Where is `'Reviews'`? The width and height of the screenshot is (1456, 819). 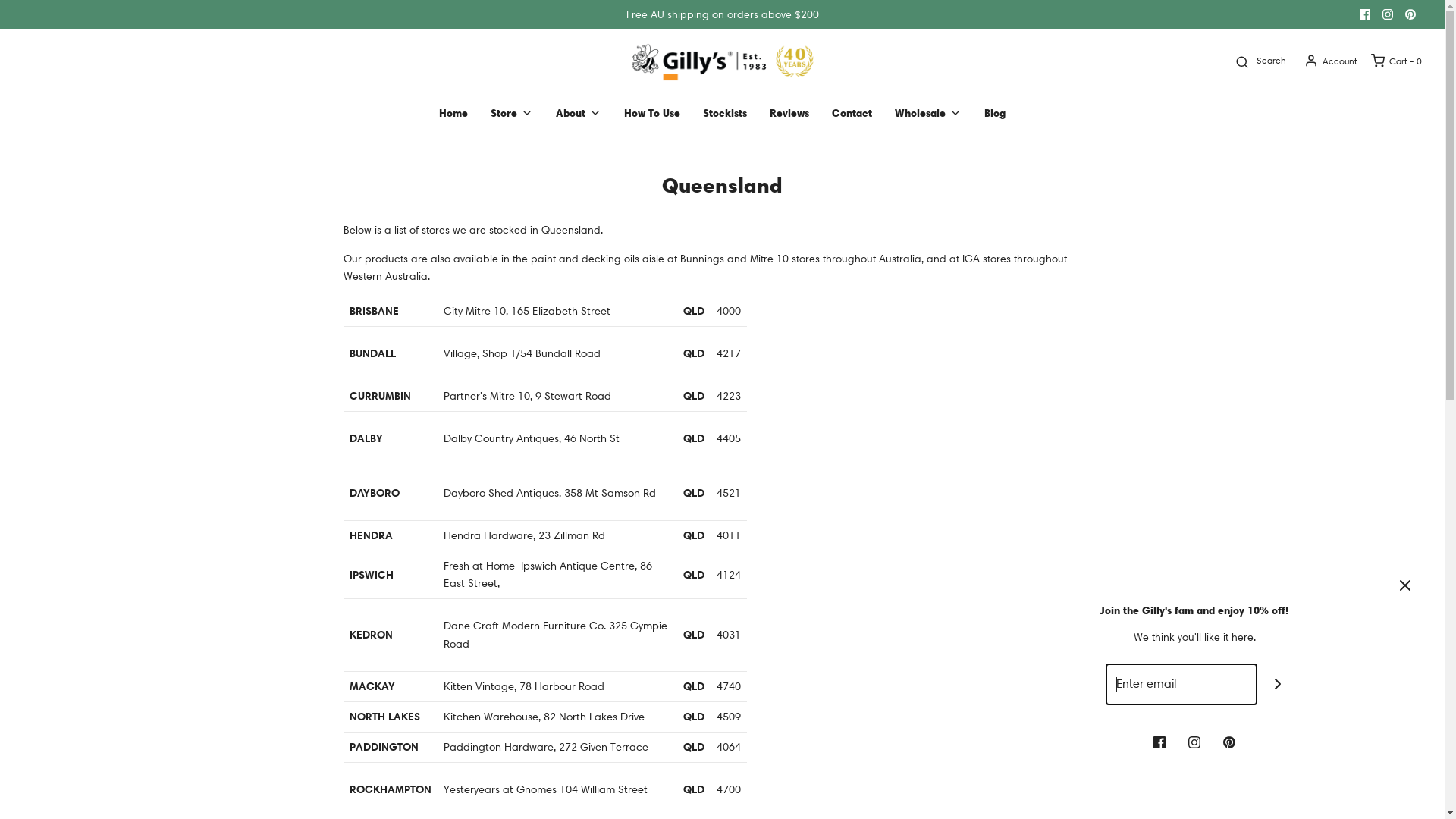 'Reviews' is located at coordinates (789, 112).